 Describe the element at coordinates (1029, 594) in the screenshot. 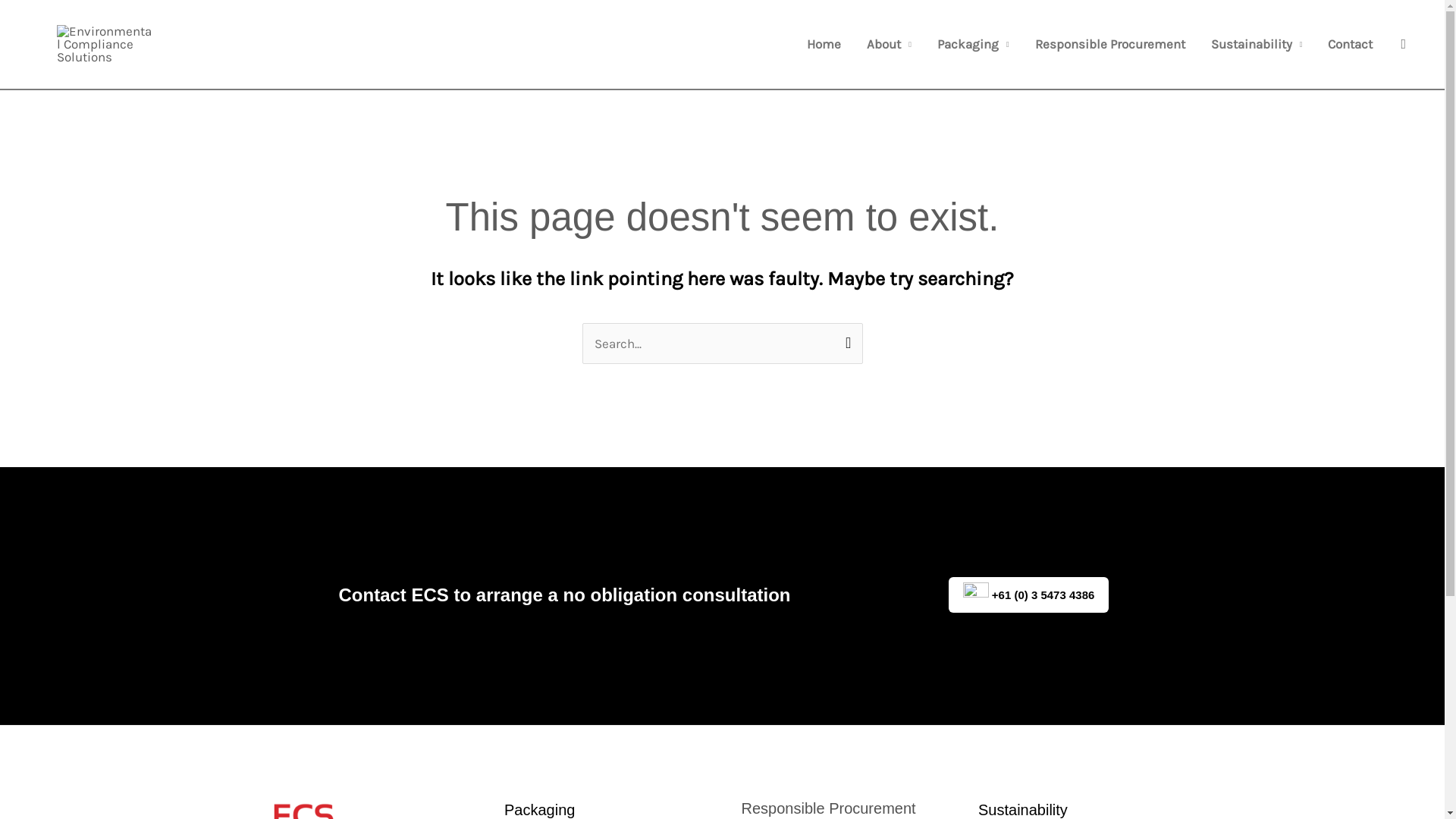

I see `'+61 (0) 3 5473 4386'` at that location.